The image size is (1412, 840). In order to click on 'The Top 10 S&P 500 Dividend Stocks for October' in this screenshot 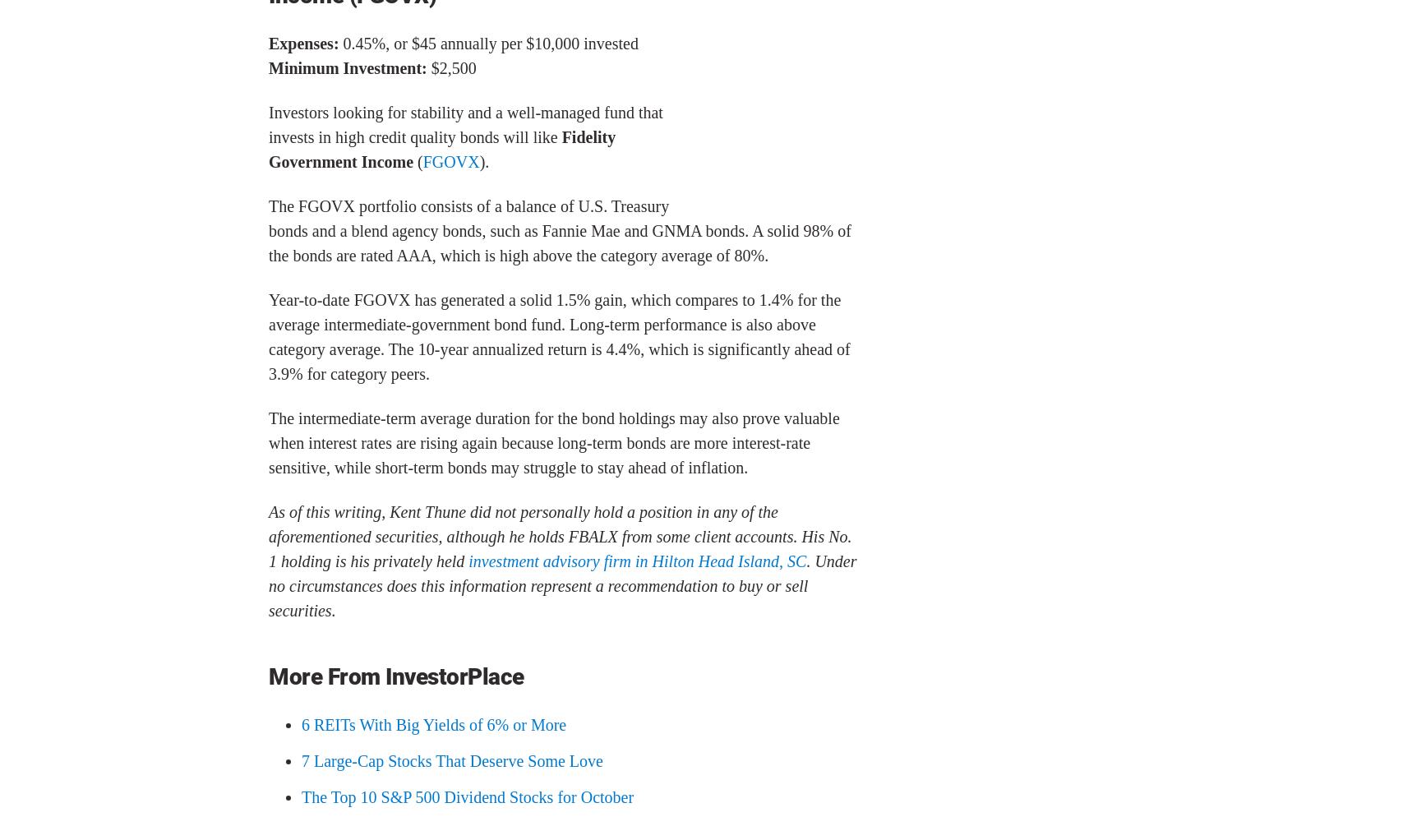, I will do `click(467, 795)`.